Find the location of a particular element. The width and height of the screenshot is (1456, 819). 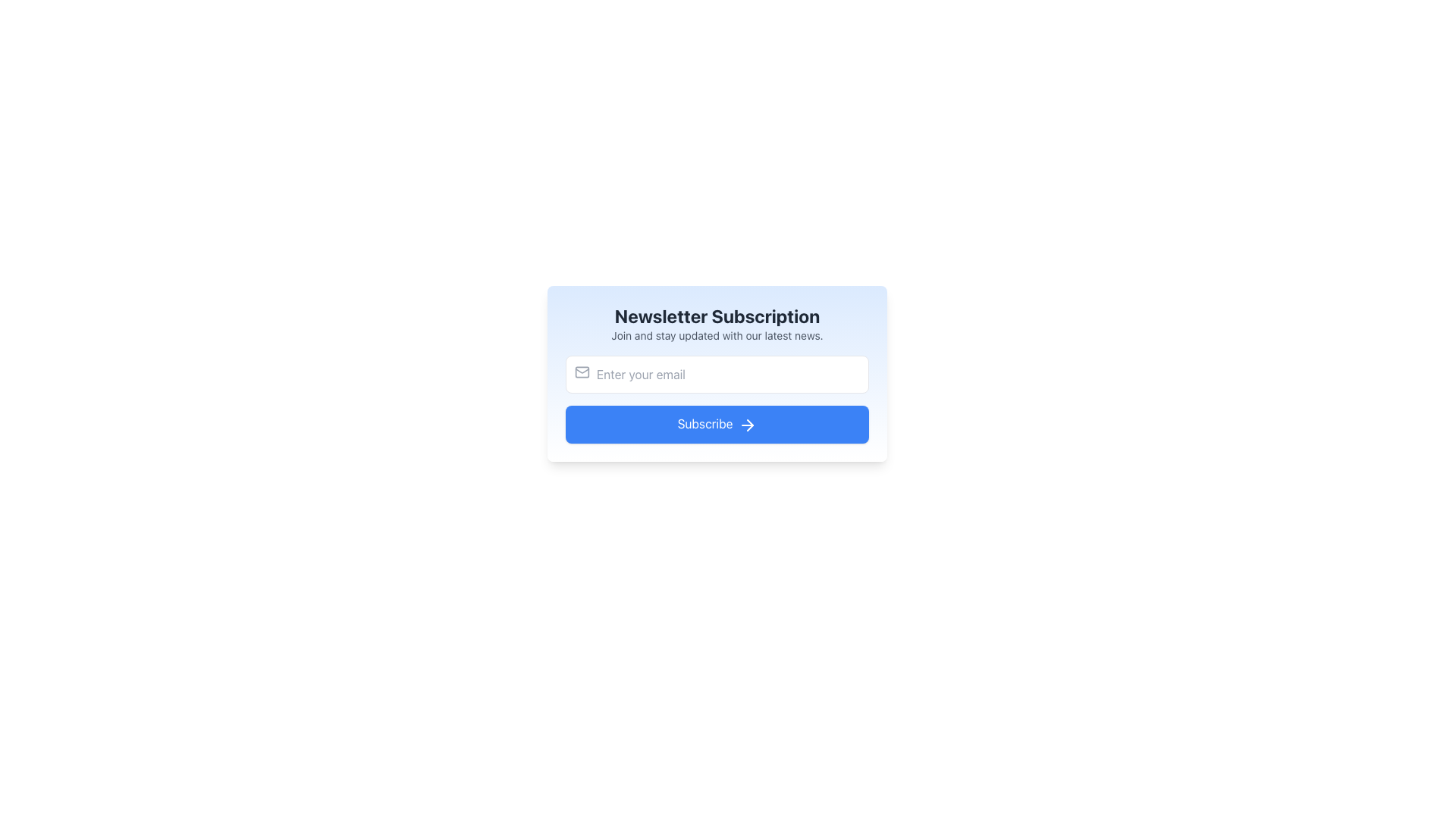

the static text element that provides additional information about the 'Newsletter Subscription' section, located below the header and above the input field is located at coordinates (716, 335).